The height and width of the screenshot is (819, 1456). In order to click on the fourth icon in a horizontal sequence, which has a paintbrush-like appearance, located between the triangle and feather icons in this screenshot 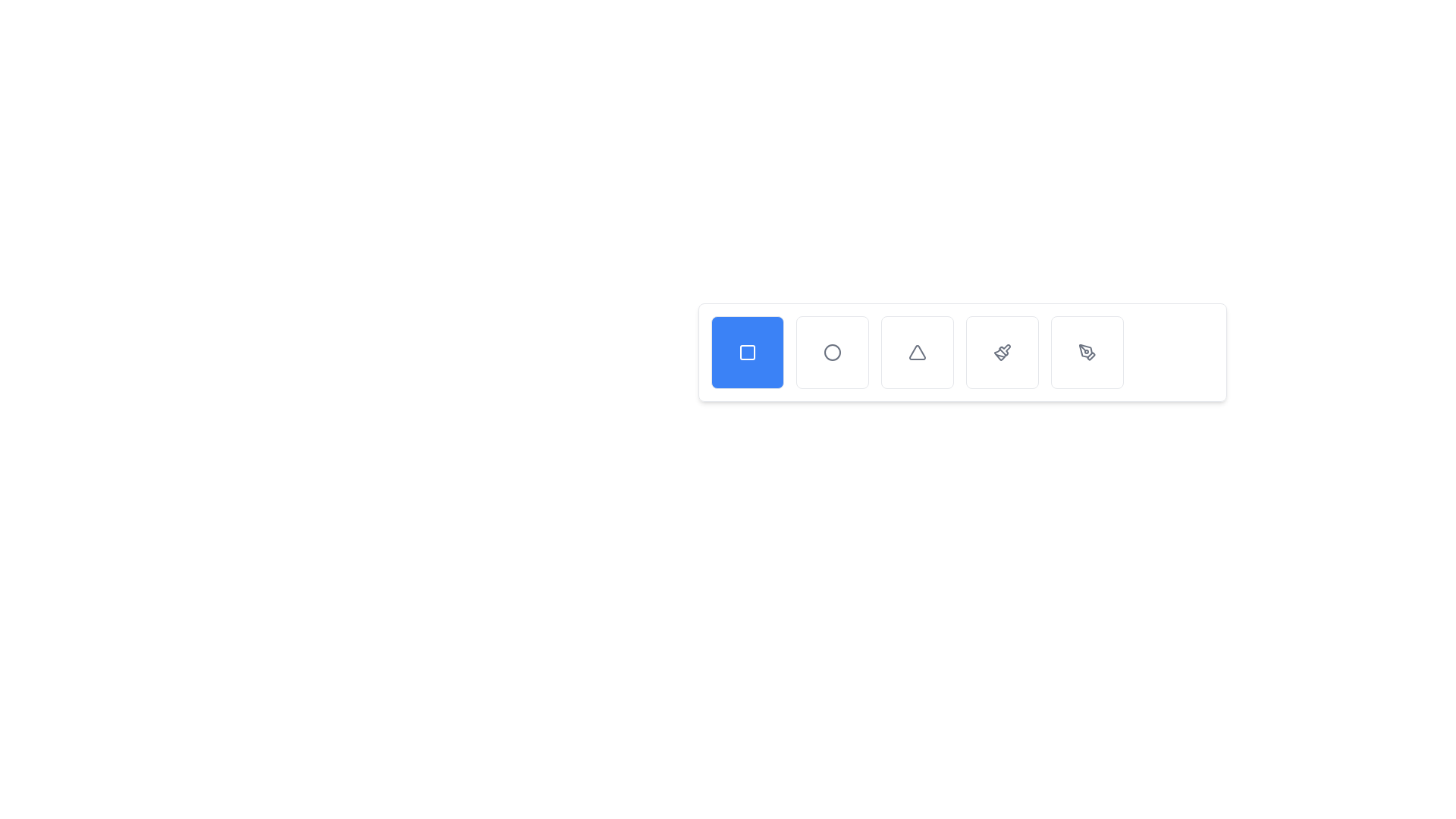, I will do `click(1005, 350)`.